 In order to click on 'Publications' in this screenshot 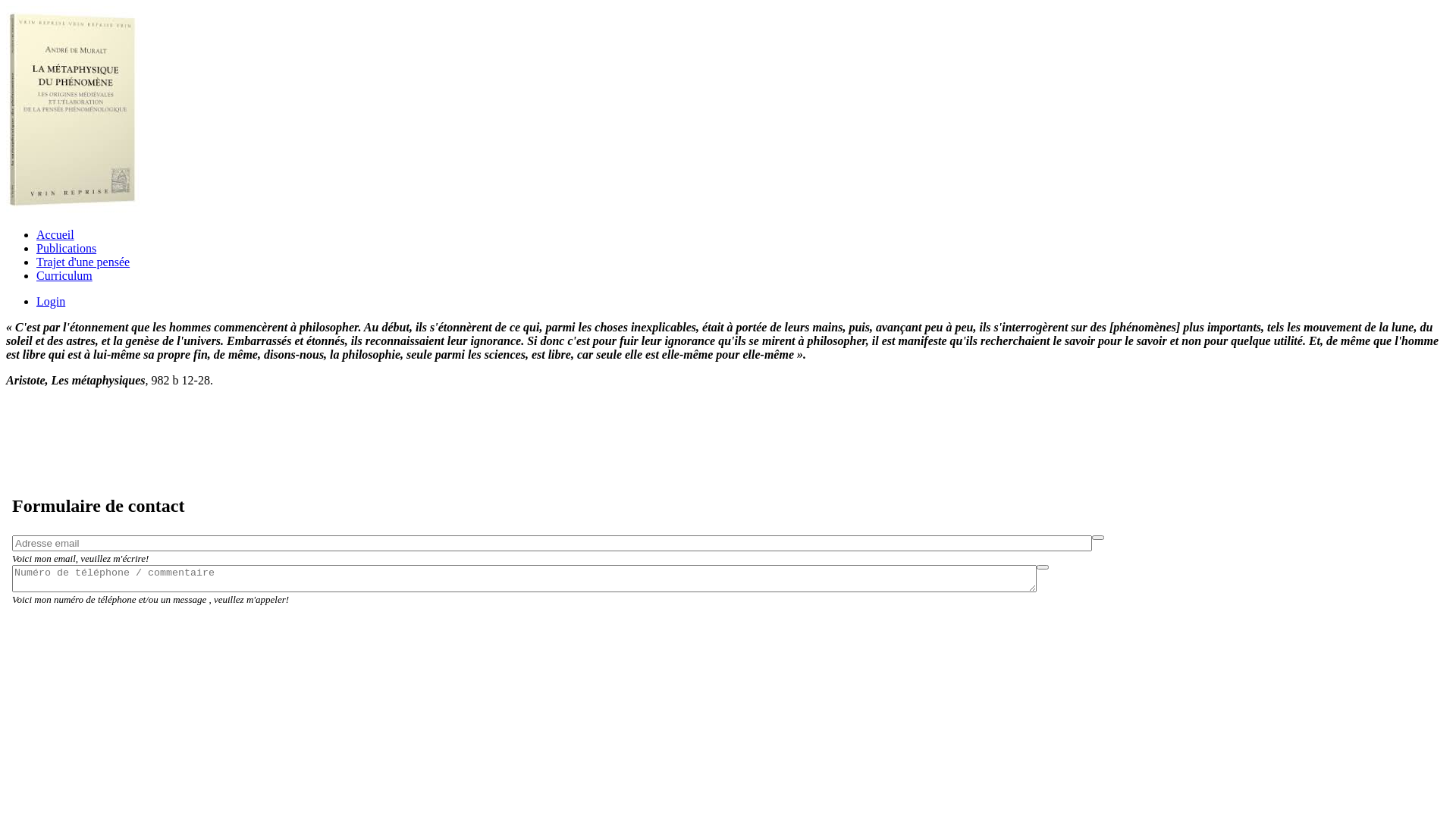, I will do `click(36, 247)`.